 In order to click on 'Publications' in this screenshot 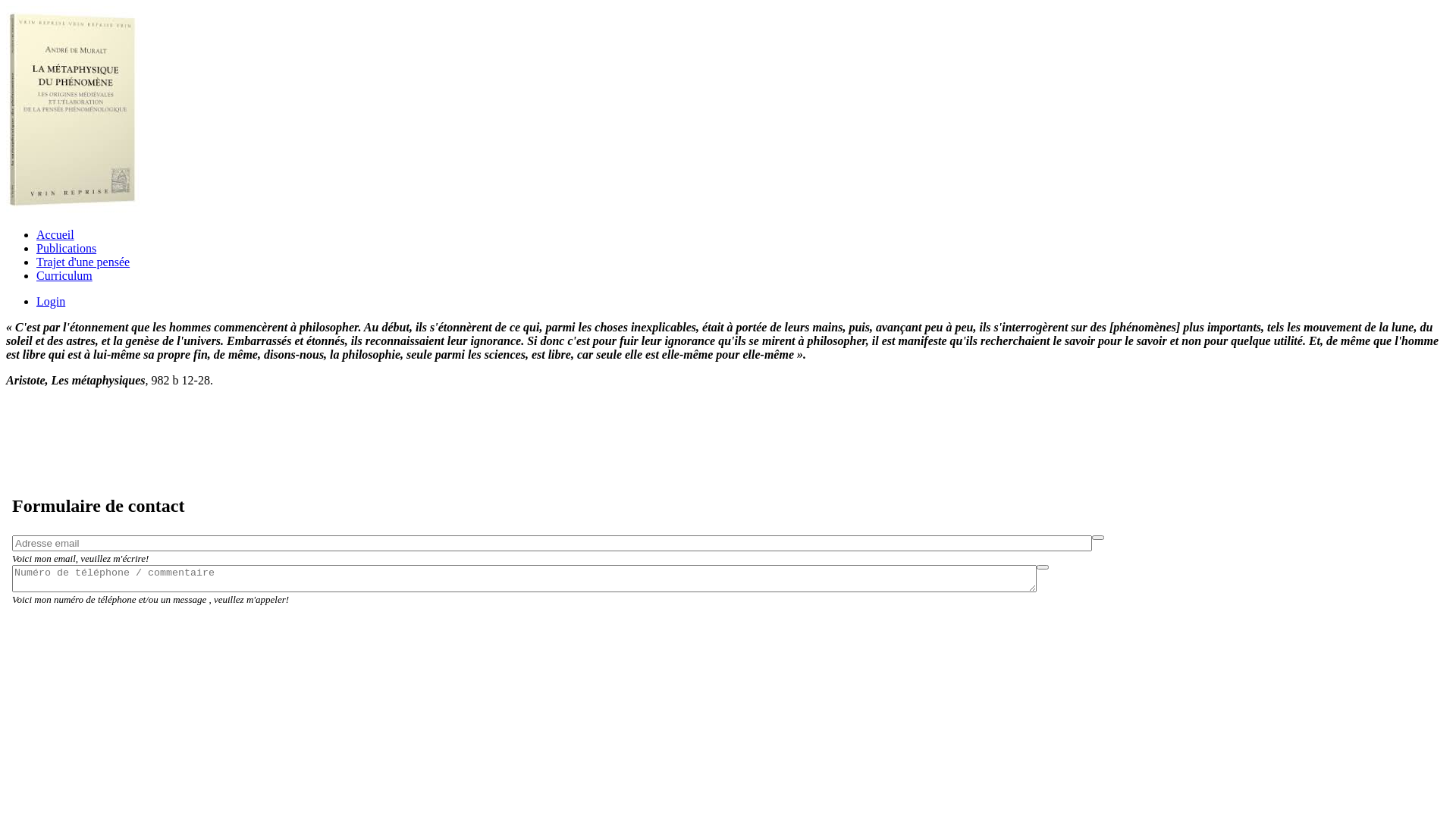, I will do `click(36, 247)`.